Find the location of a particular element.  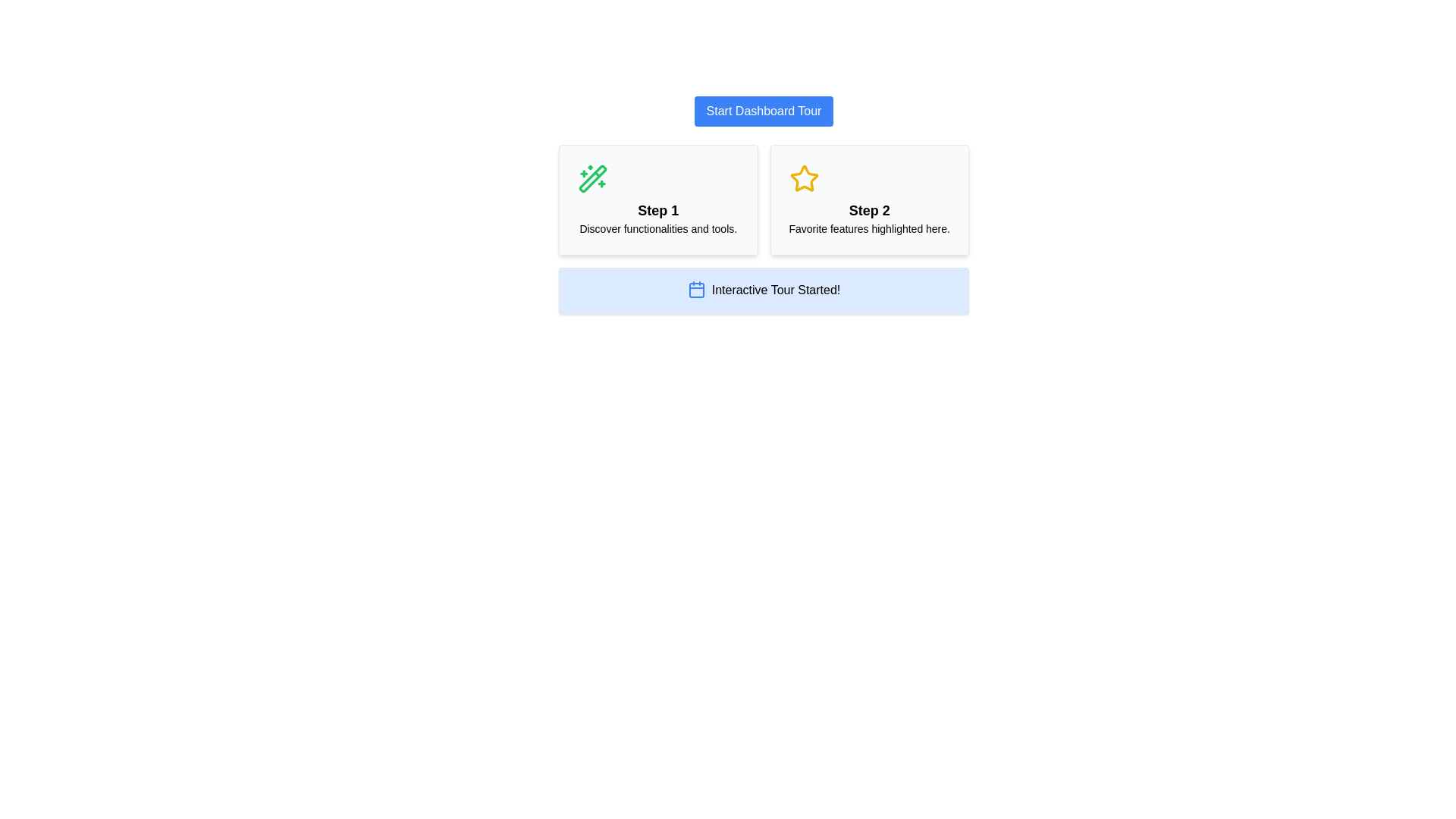

the green wand icon with sparkles located within the 'Step 1' card at the top-center of the interface is located at coordinates (592, 177).